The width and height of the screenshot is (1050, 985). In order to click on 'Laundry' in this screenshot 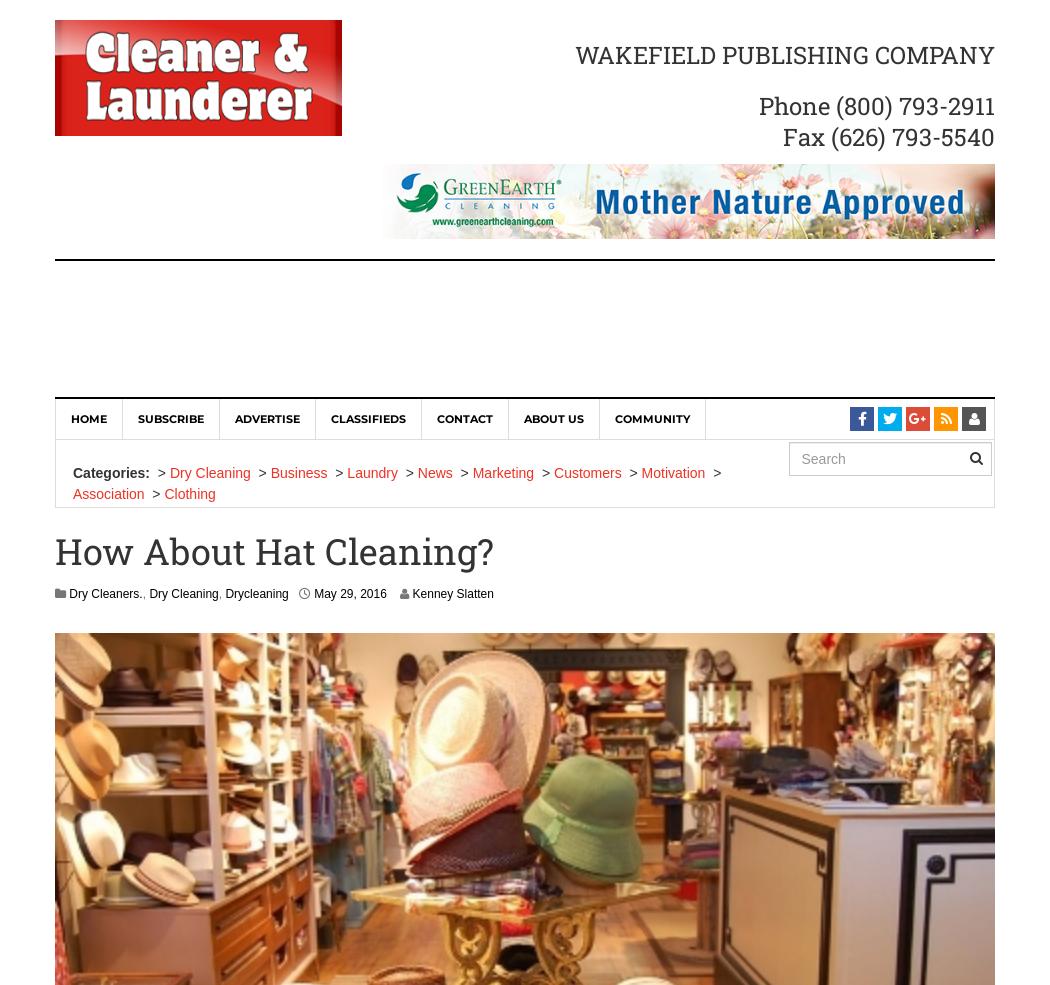, I will do `click(371, 471)`.